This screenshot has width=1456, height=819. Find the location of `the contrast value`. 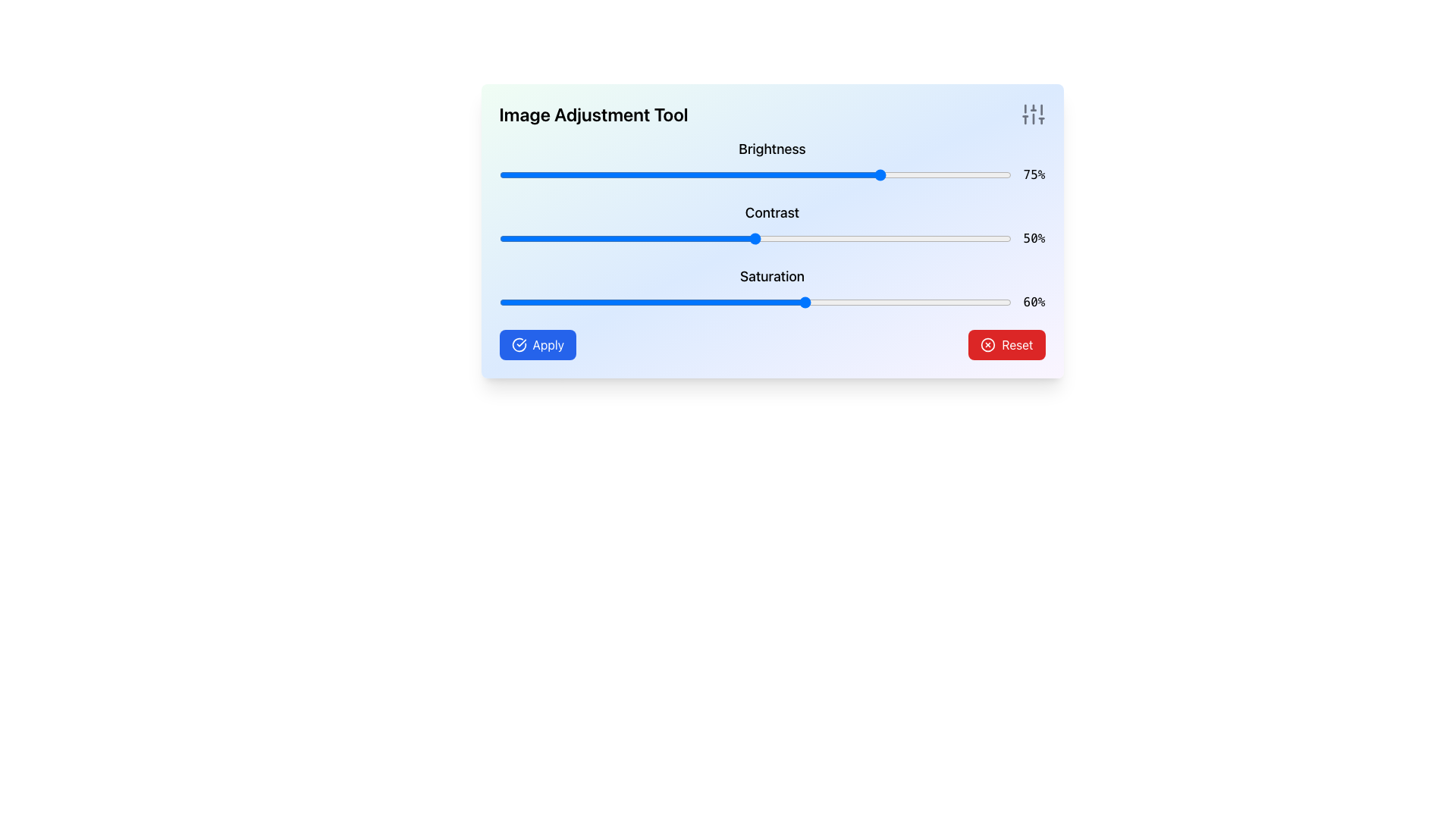

the contrast value is located at coordinates (673, 239).